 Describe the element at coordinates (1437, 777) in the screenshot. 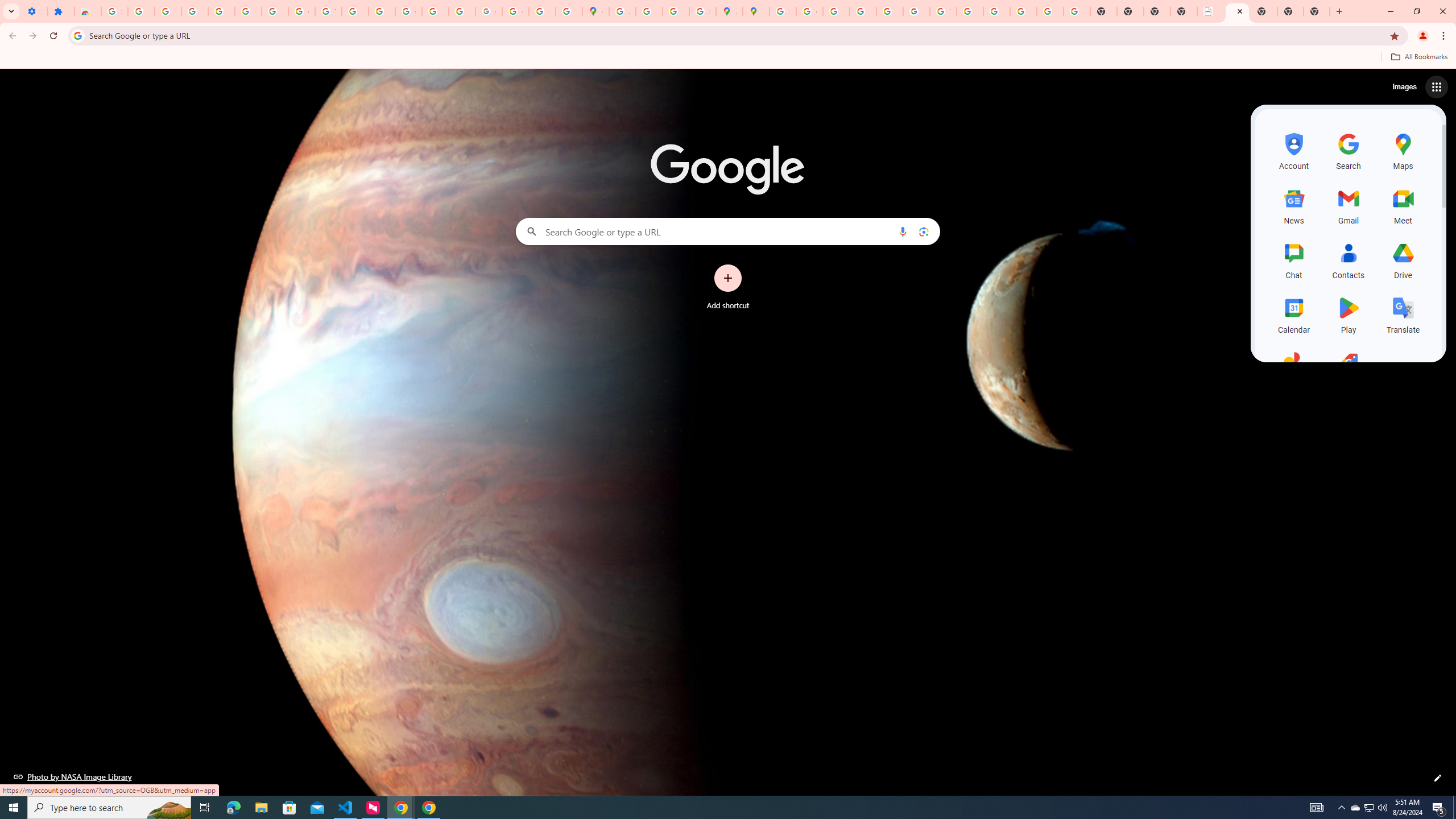

I see `'Customize this page'` at that location.